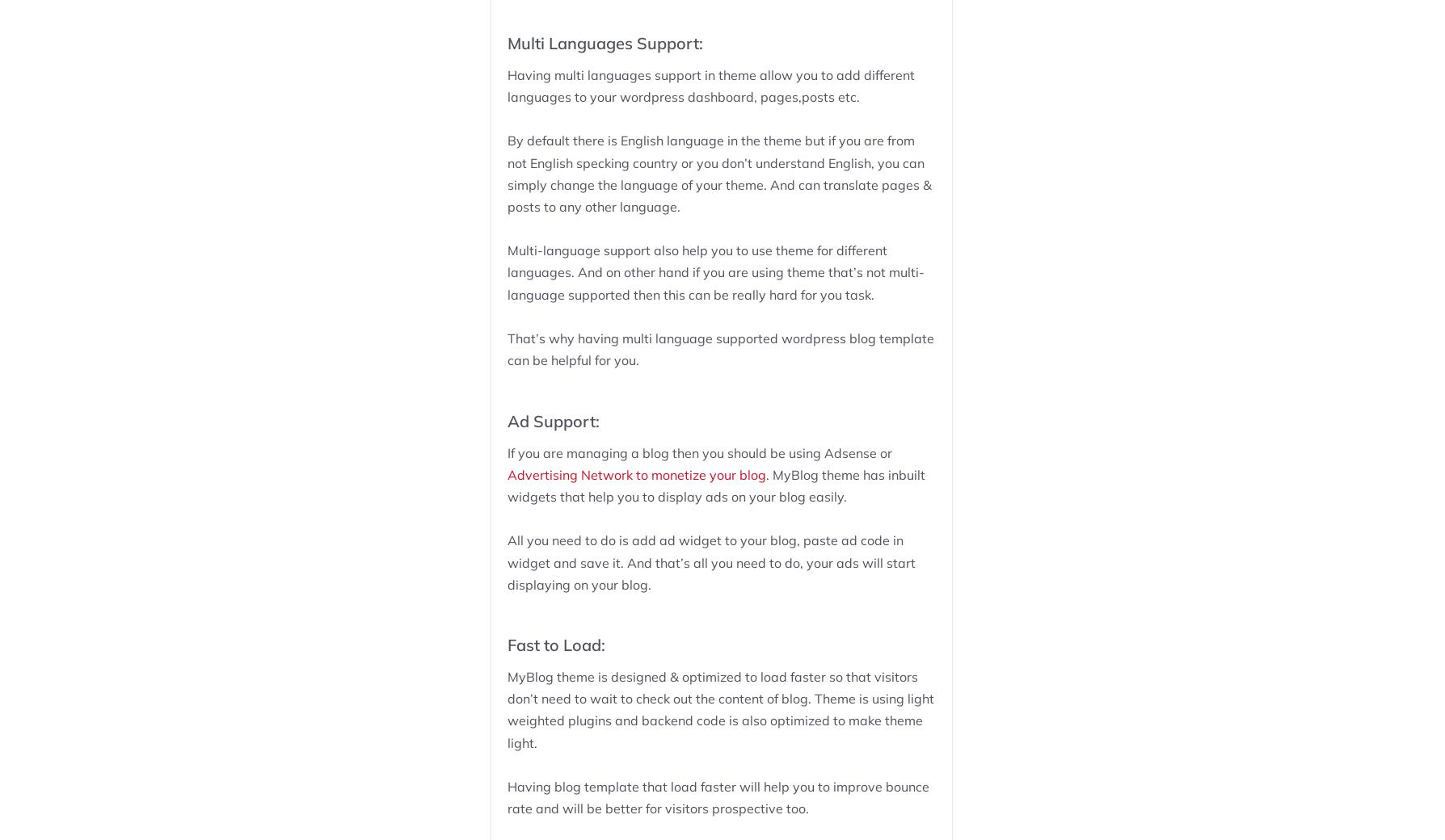 This screenshot has height=840, width=1445. What do you see at coordinates (710, 561) in the screenshot?
I see `'All you need to do is add ad widget to your blog, paste ad code in widget and save it. And that’s all you need to do, your ads will start displaying on your blog.'` at bounding box center [710, 561].